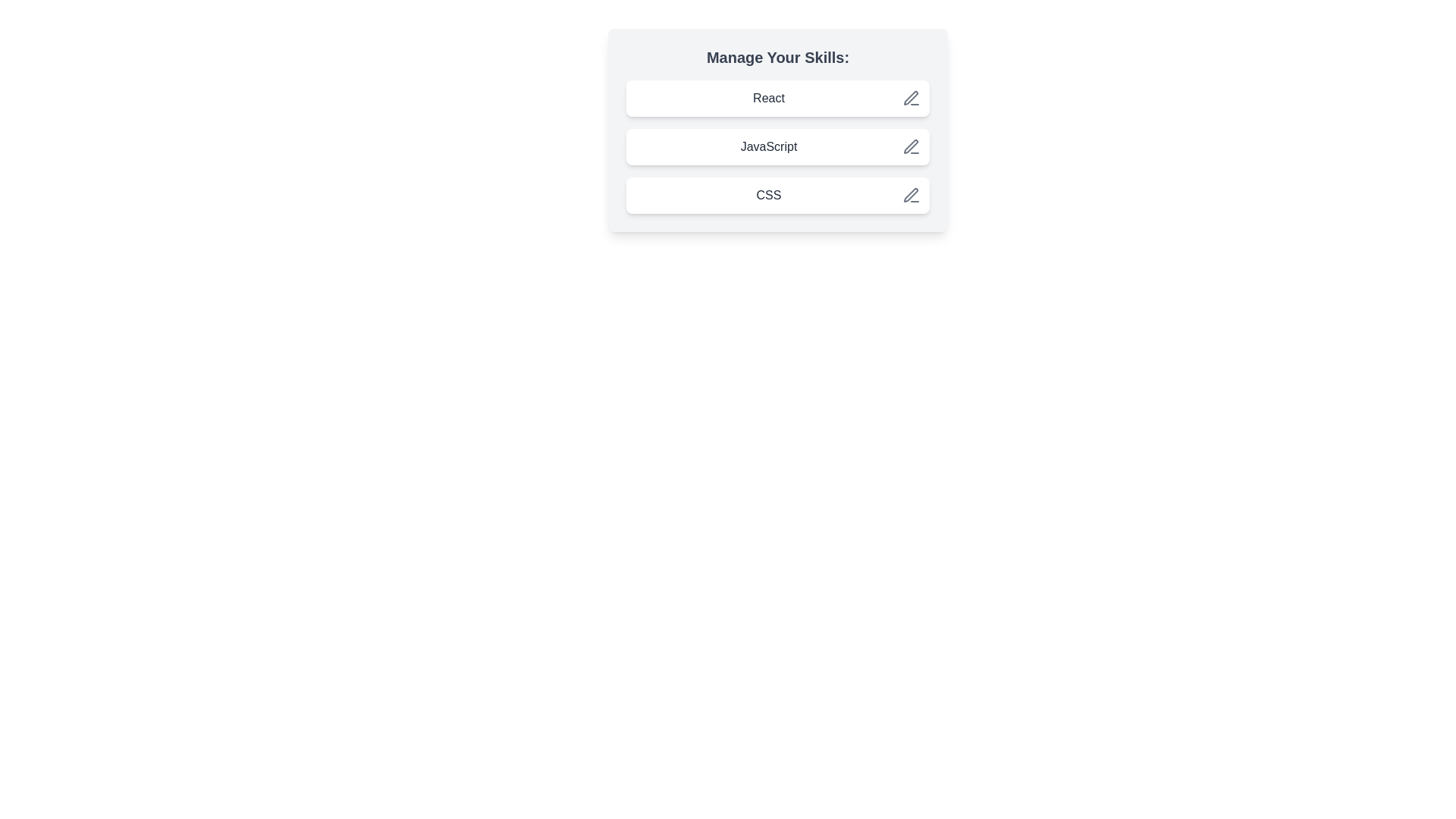 This screenshot has height=819, width=1456. Describe the element at coordinates (910, 146) in the screenshot. I see `the save button for the chip labeled JavaScript` at that location.